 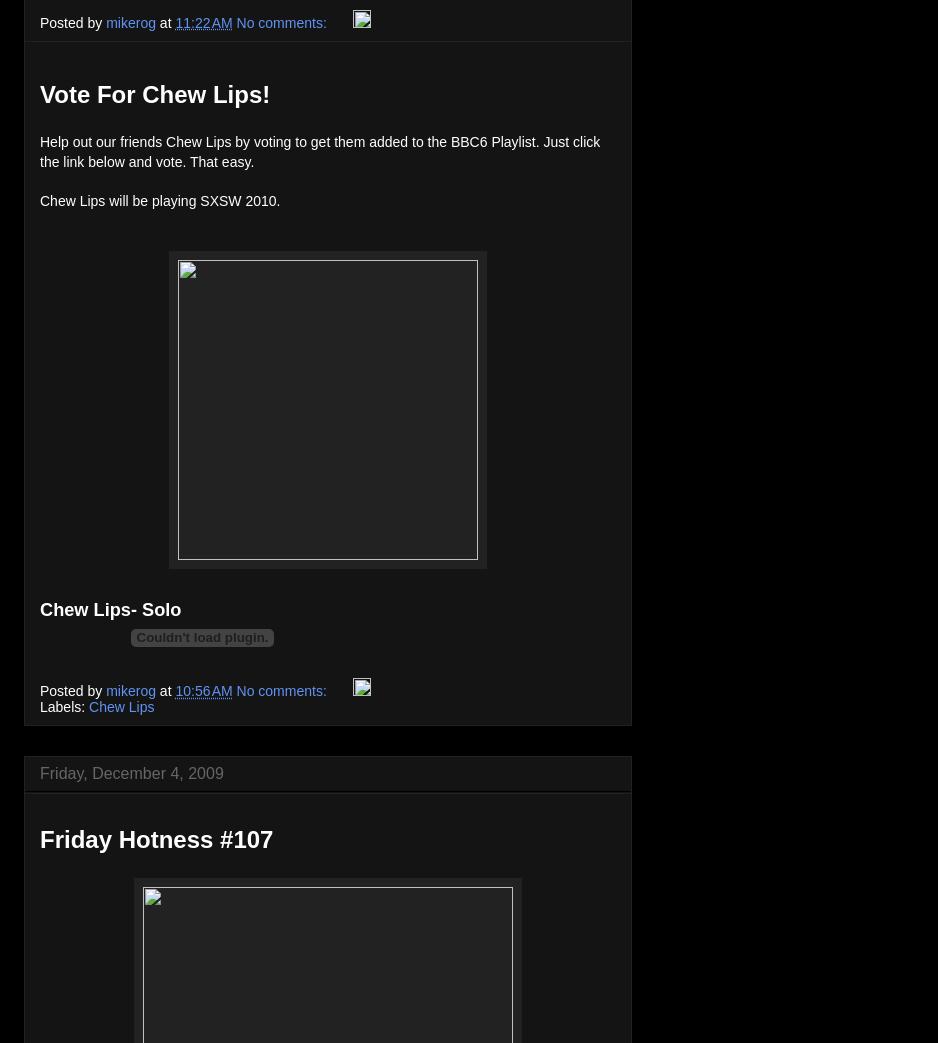 I want to click on 'Chew Lips- Solo', so click(x=109, y=609).